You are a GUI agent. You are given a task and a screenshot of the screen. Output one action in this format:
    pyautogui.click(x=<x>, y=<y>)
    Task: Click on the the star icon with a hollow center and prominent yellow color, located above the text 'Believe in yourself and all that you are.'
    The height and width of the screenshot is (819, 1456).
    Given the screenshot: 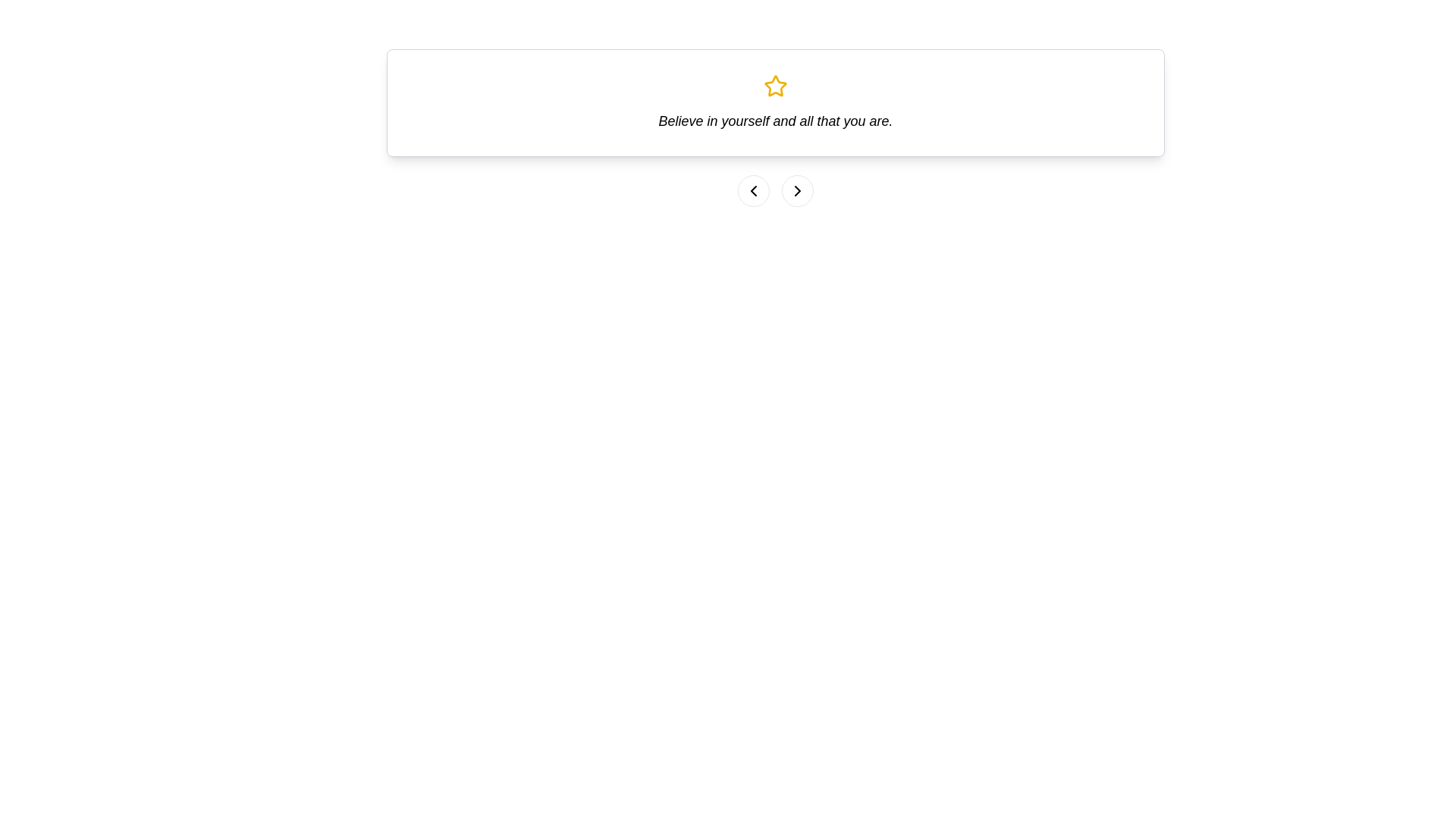 What is the action you would take?
    pyautogui.click(x=775, y=86)
    